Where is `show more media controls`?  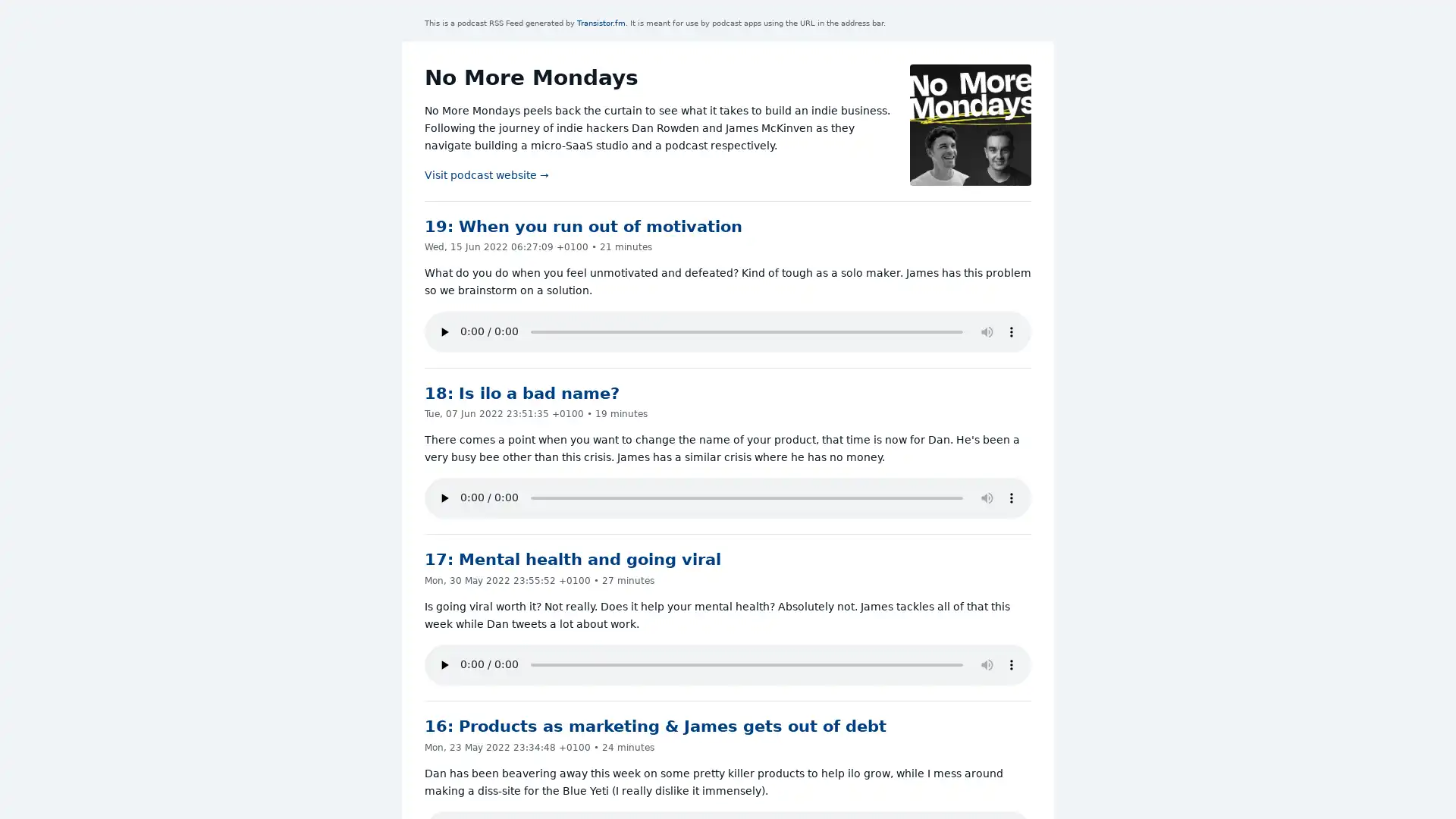
show more media controls is located at coordinates (1012, 330).